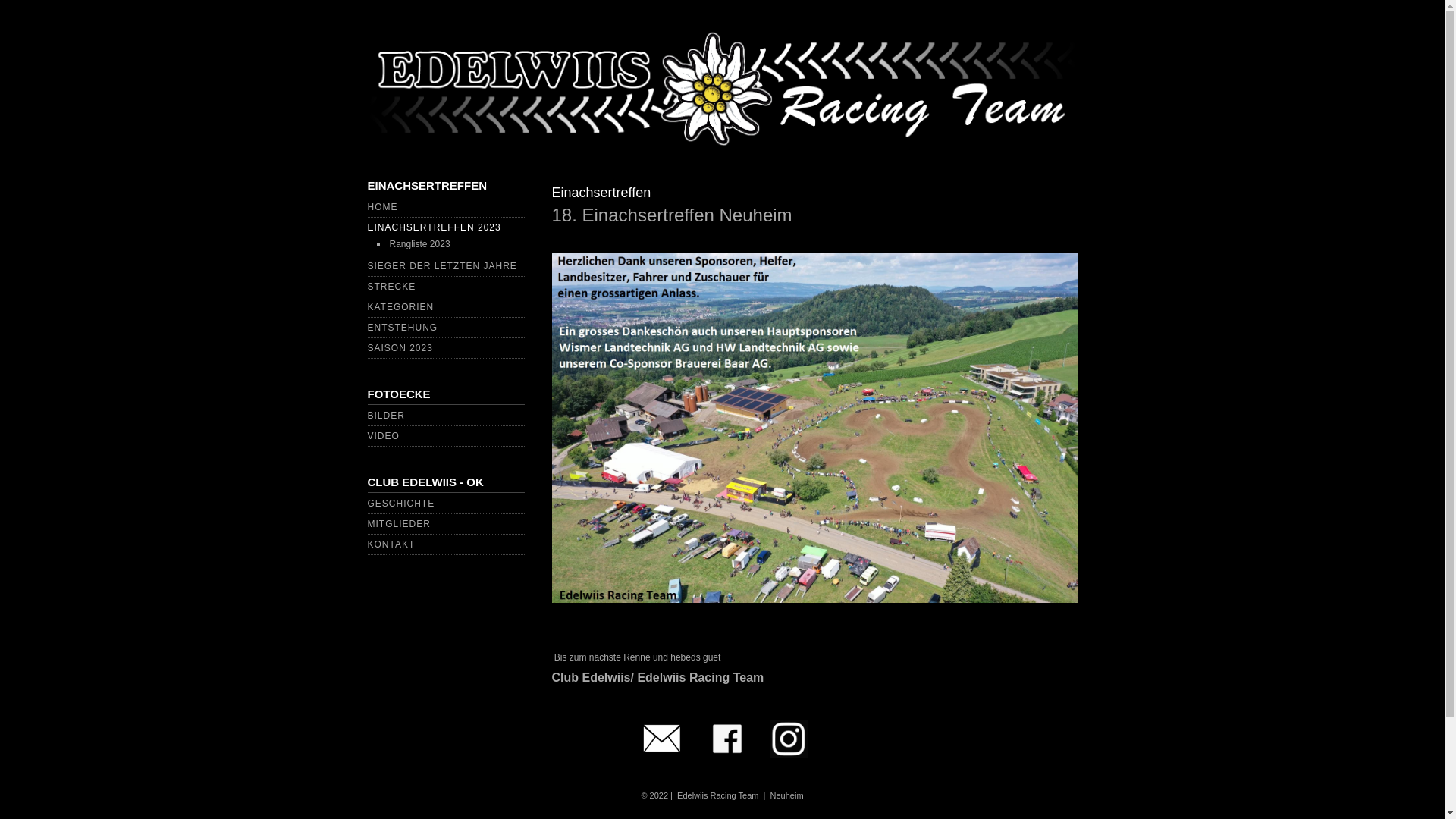  I want to click on 'EINACHSERTREFFEN 2023', so click(367, 227).